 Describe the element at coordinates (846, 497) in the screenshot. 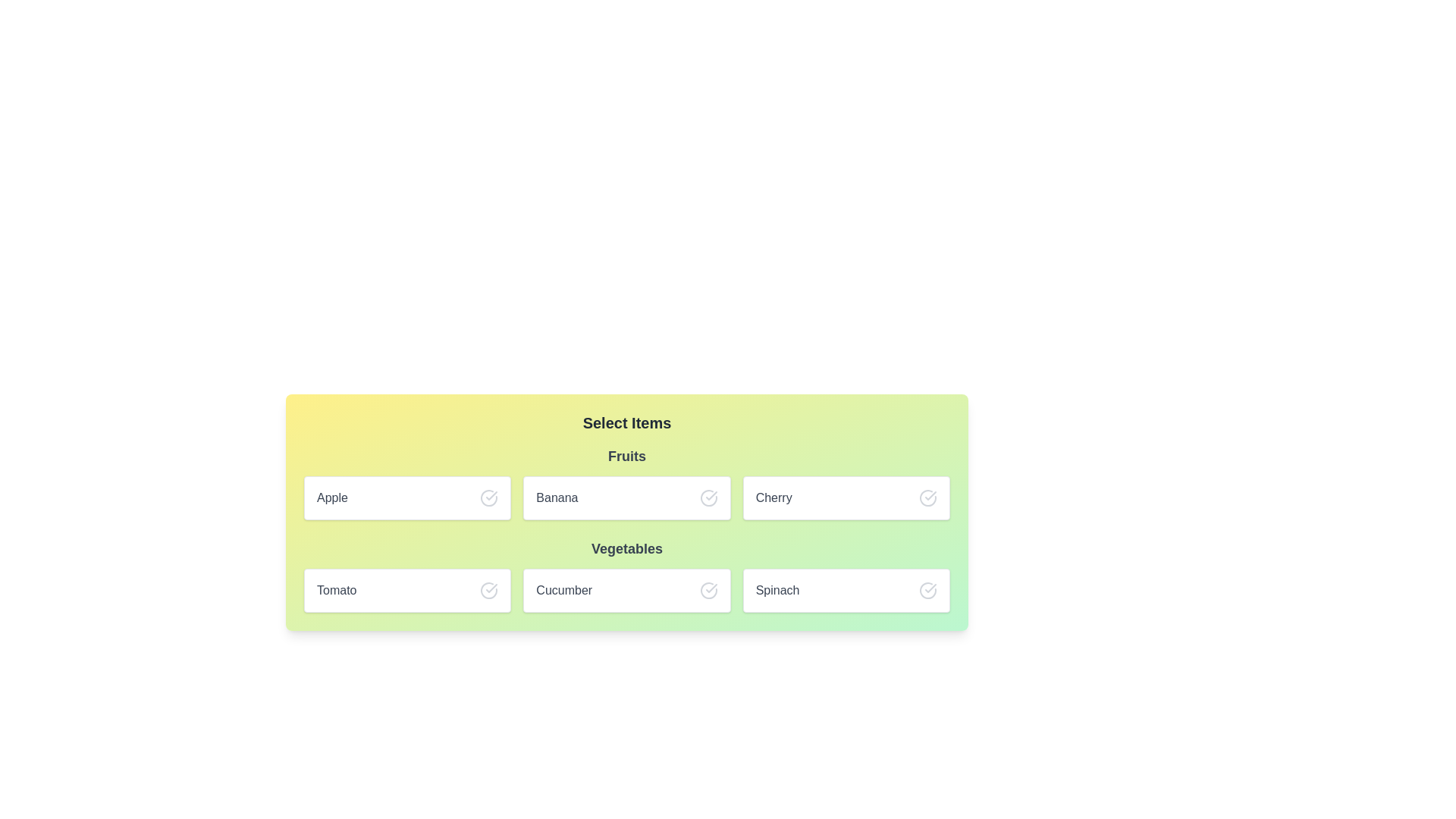

I see `the 'Cherry' selectable list item under the 'Fruits' category` at that location.